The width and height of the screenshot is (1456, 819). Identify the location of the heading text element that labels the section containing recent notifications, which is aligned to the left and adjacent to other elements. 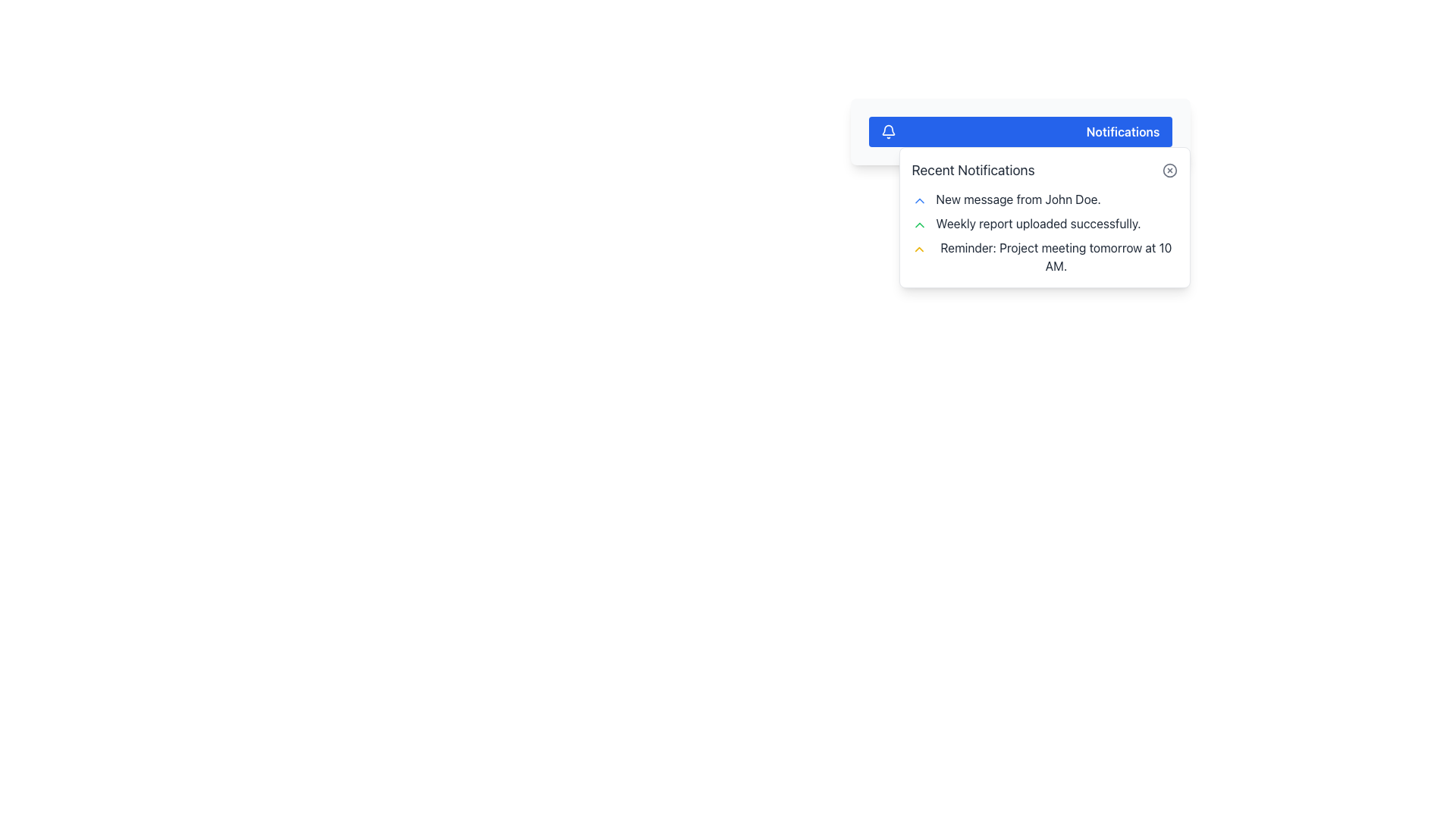
(973, 170).